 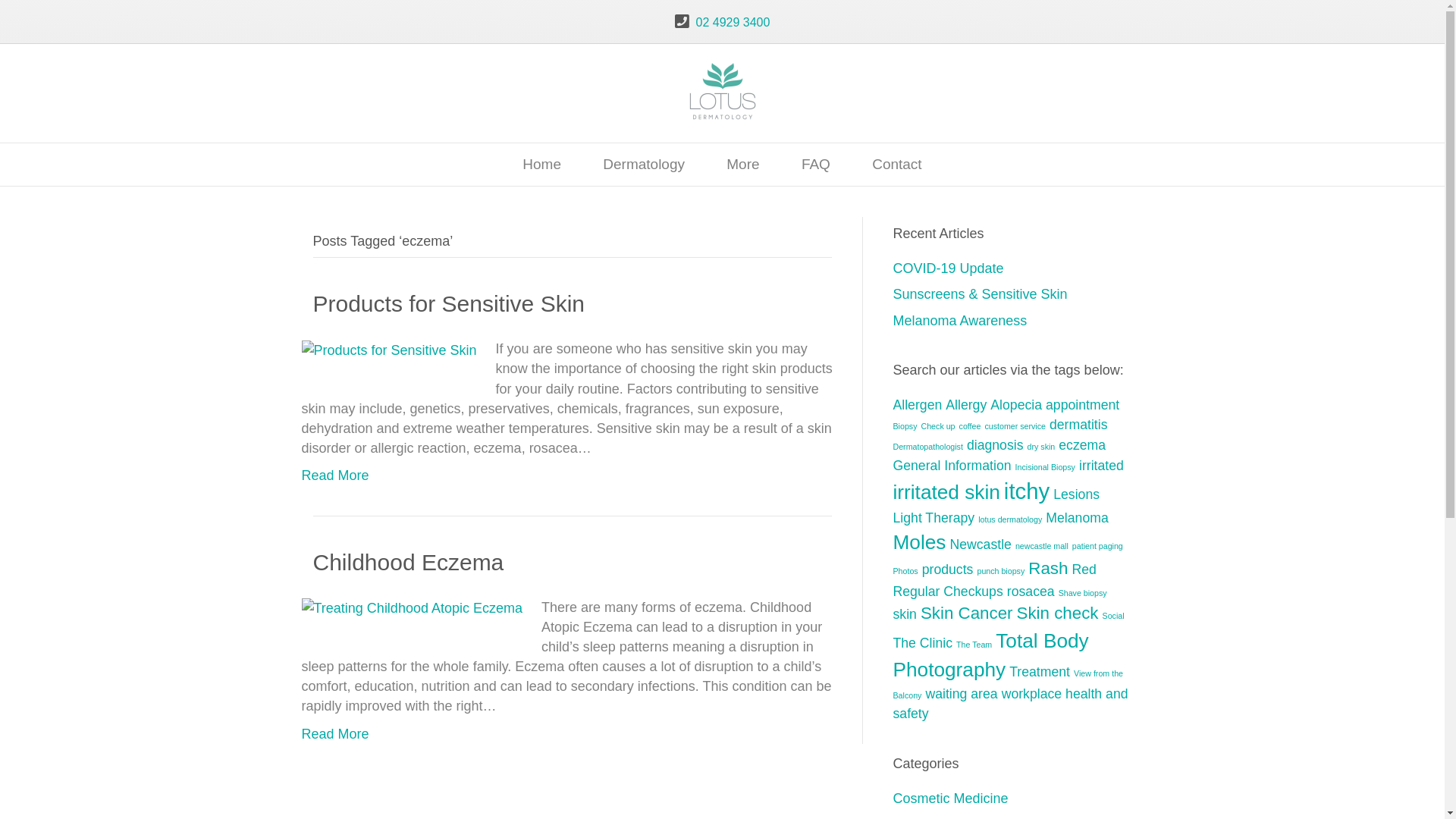 What do you see at coordinates (893, 798) in the screenshot?
I see `'Cosmetic Medicine'` at bounding box center [893, 798].